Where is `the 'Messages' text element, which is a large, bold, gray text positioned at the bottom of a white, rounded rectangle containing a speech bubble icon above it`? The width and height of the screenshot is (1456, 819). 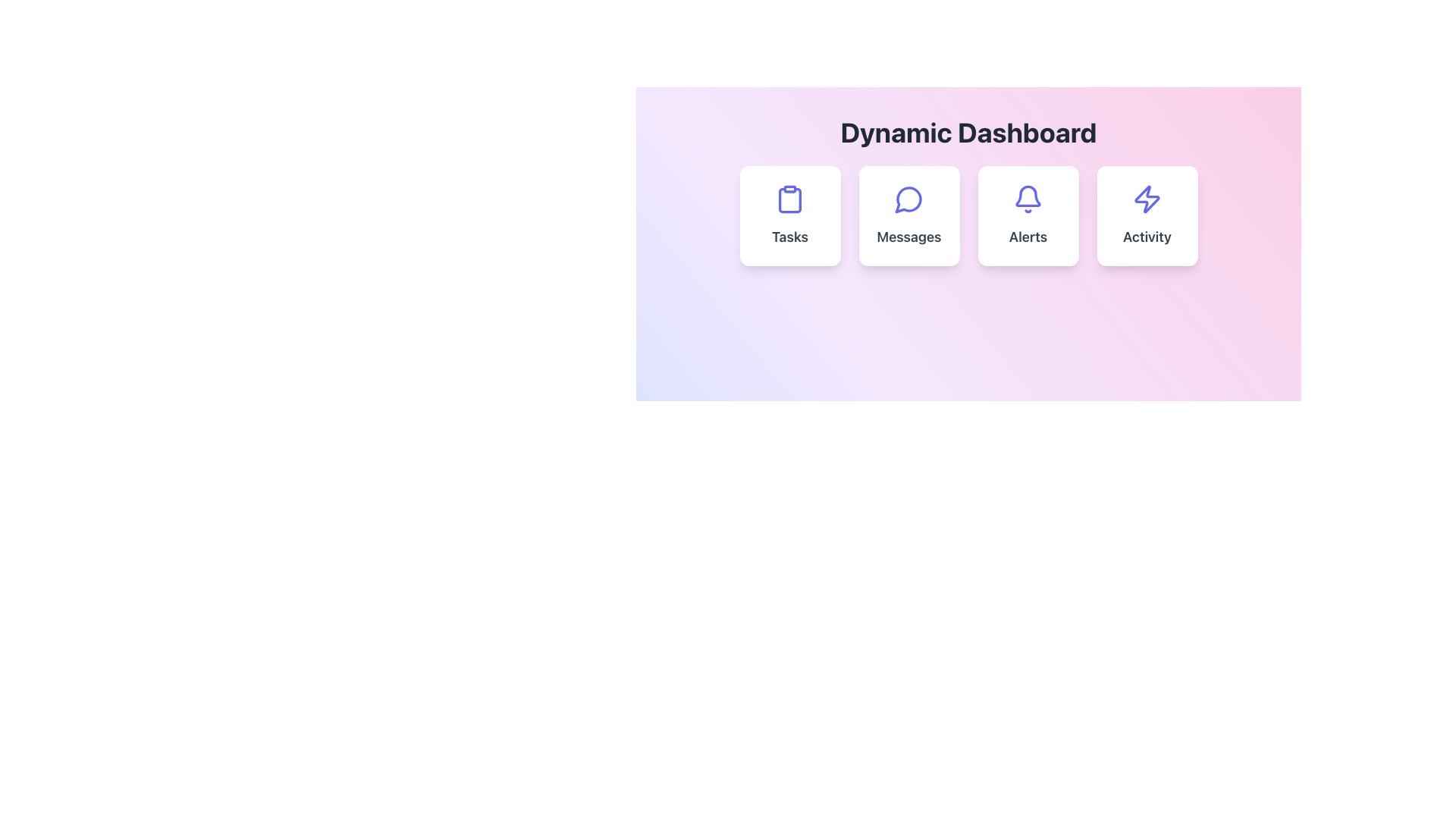 the 'Messages' text element, which is a large, bold, gray text positioned at the bottom of a white, rounded rectangle containing a speech bubble icon above it is located at coordinates (909, 237).